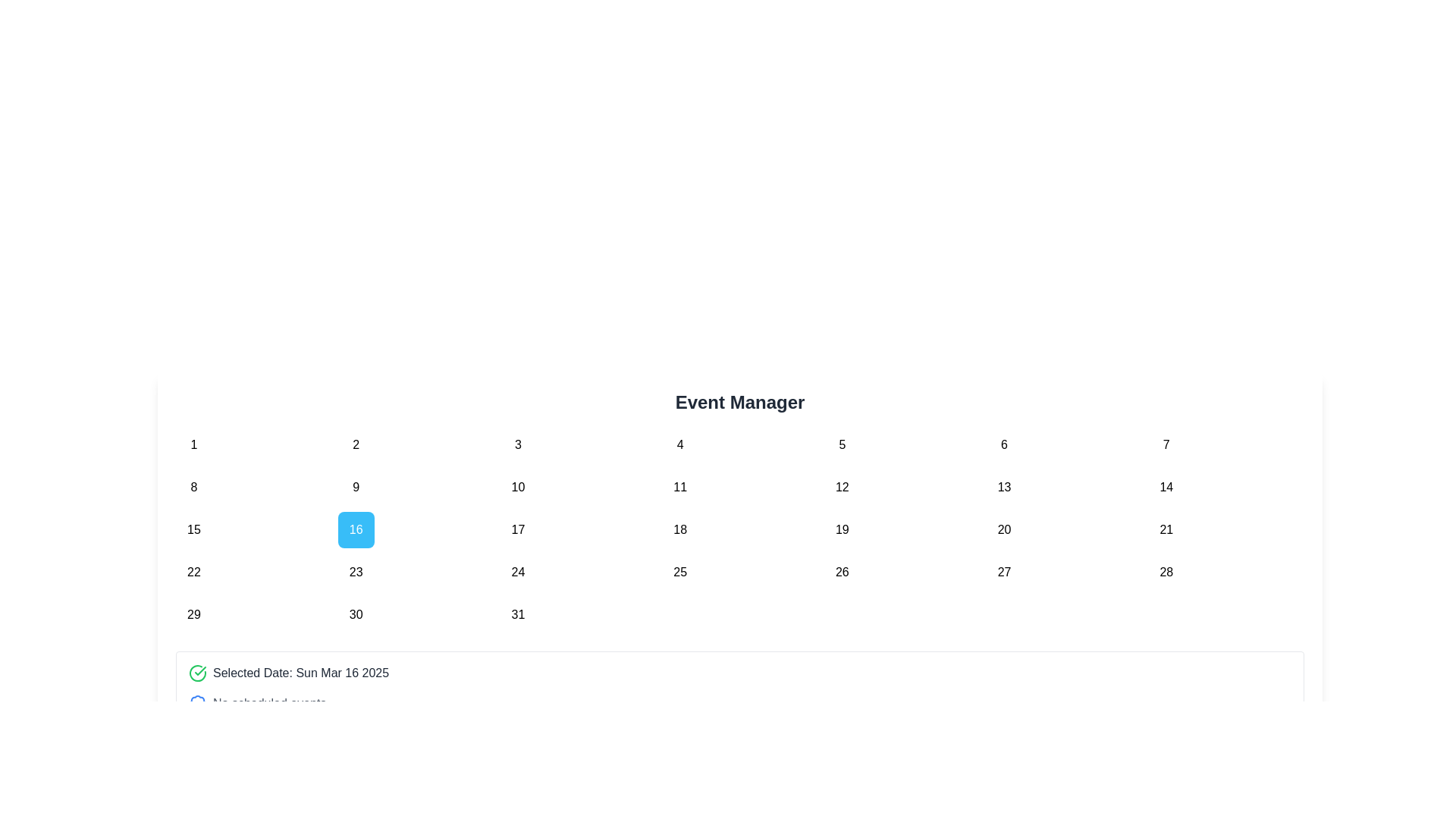  Describe the element at coordinates (355, 444) in the screenshot. I see `the selectable day button in the calendar interface, which is the second button in the first row of a grid layout` at that location.